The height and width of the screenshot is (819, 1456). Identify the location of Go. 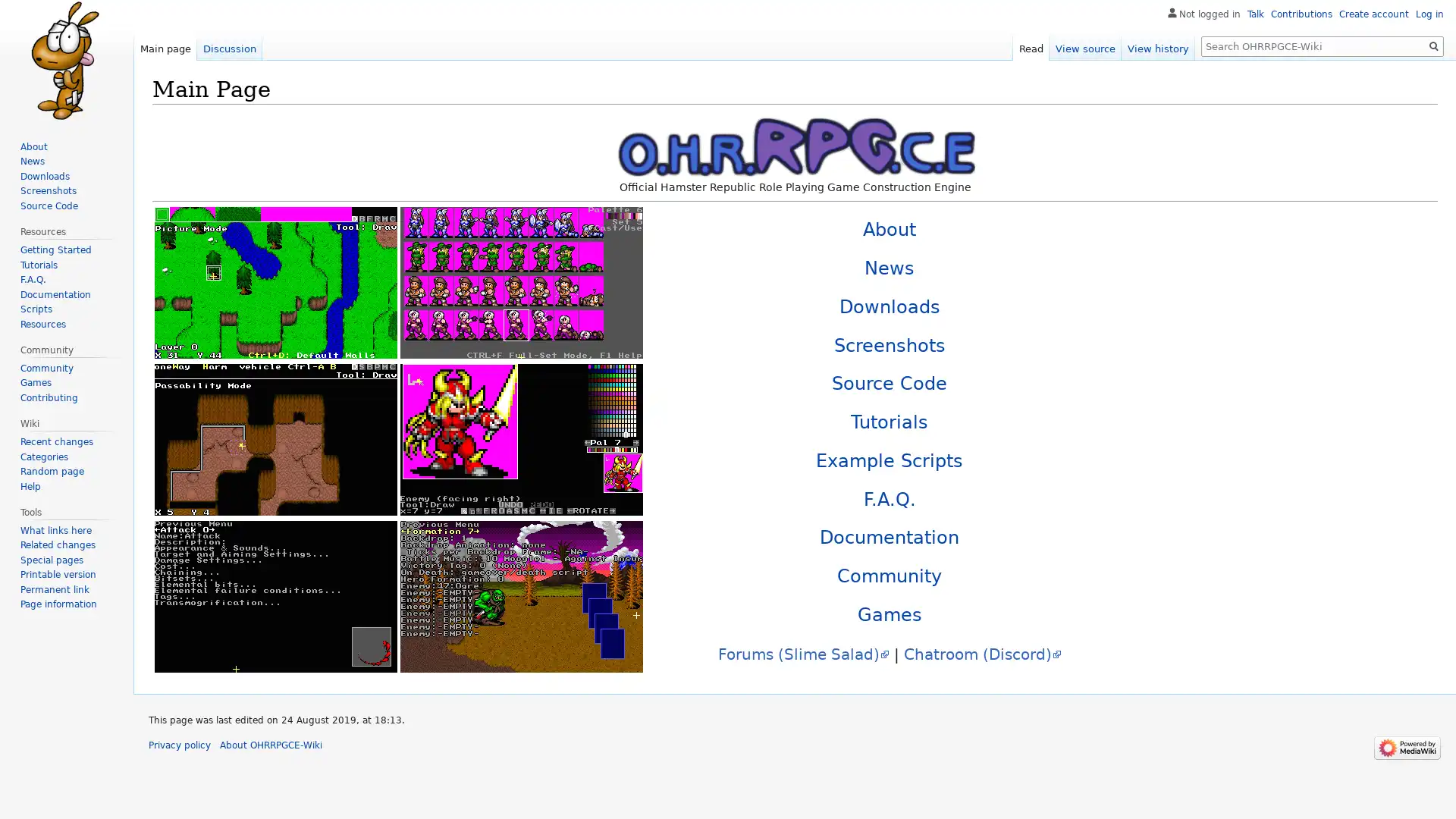
(1433, 45).